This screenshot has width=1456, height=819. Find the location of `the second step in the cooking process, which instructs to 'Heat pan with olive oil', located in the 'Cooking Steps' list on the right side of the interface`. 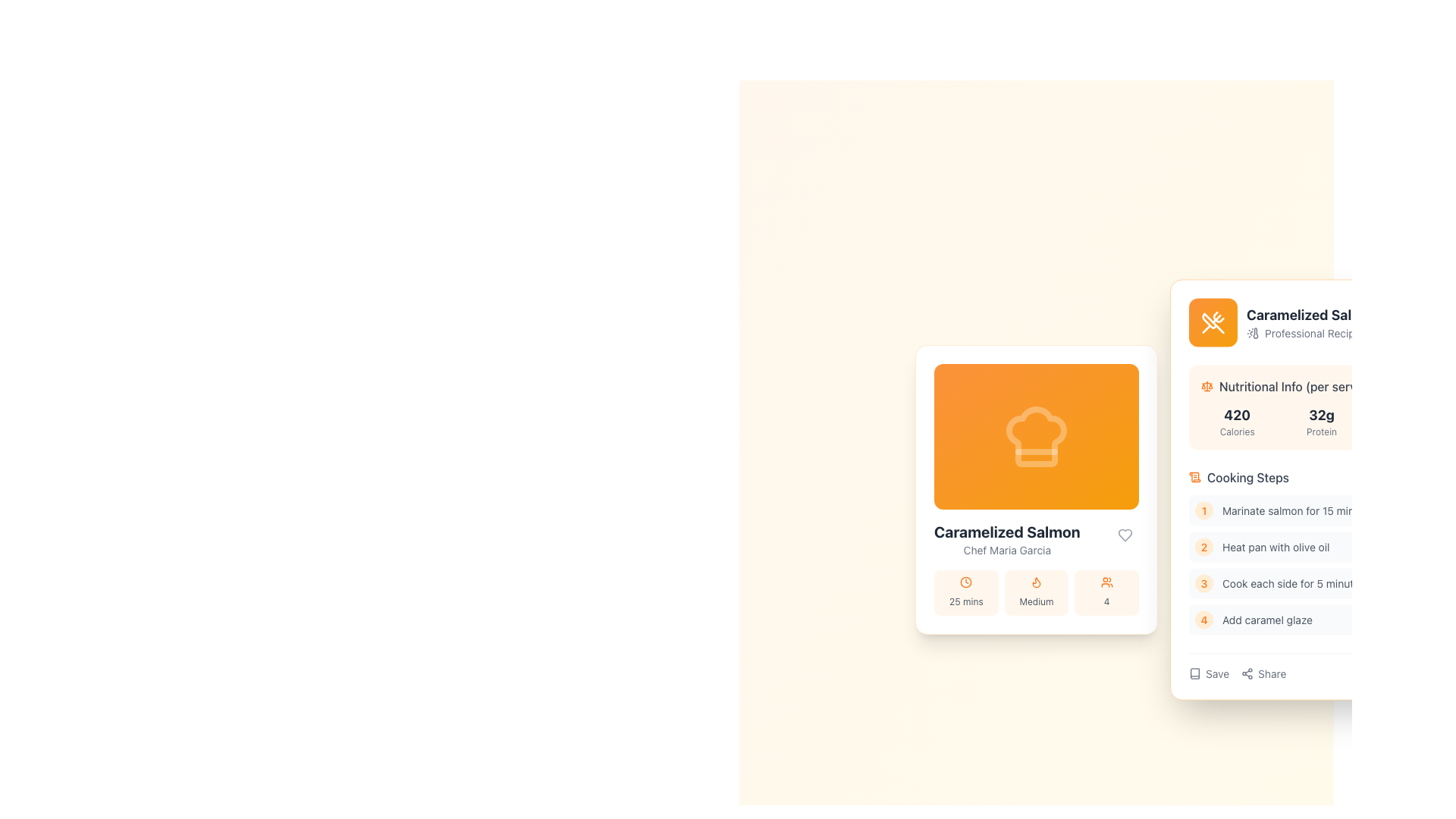

the second step in the cooking process, which instructs to 'Heat pan with olive oil', located in the 'Cooking Steps' list on the right side of the interface is located at coordinates (1320, 547).